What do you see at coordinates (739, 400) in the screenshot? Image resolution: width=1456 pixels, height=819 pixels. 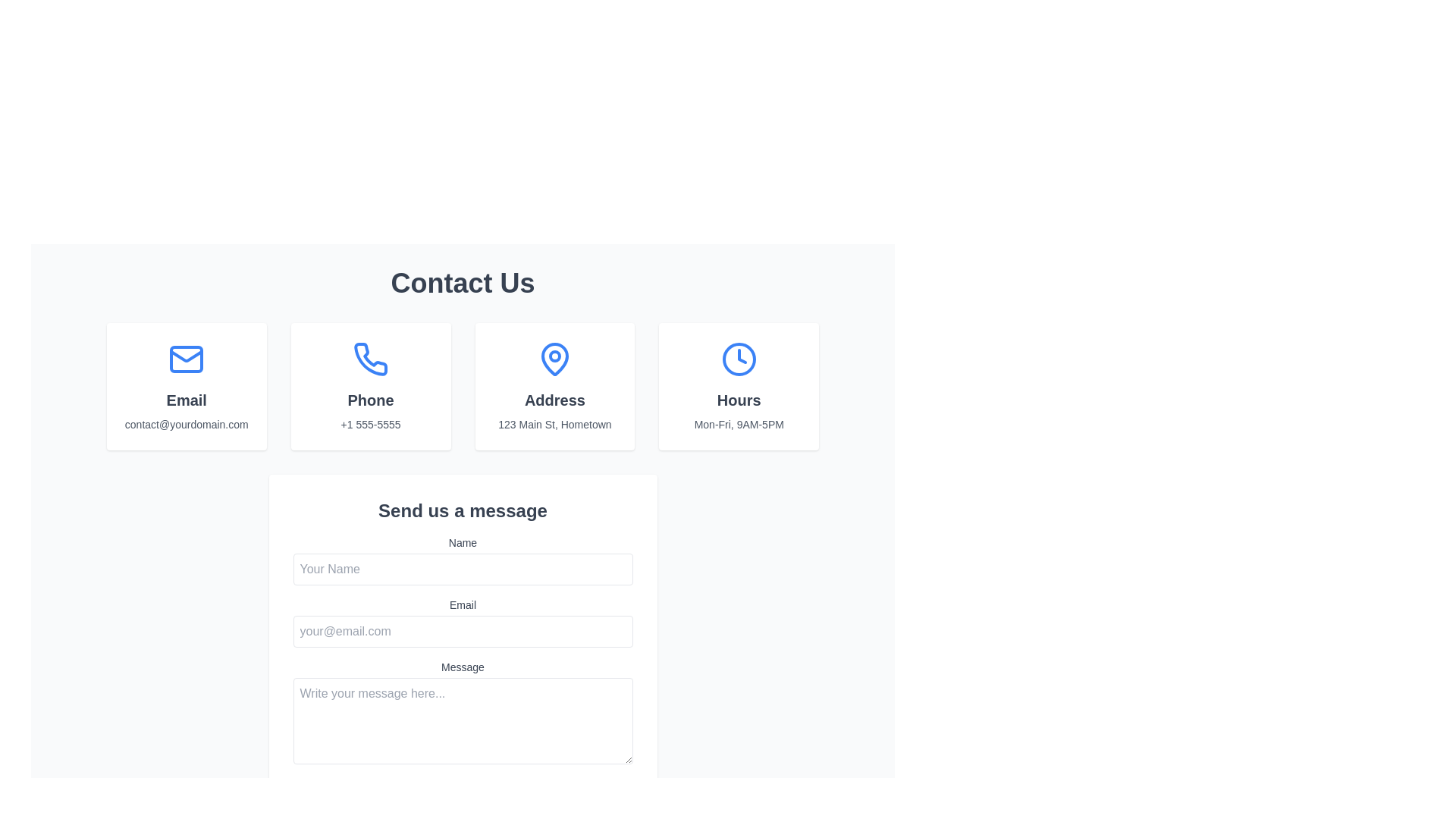 I see `the bold gray text label 'Hours' which is centrally positioned in the fourth section of contact options, above the clock icon and below the description 'Mon-Fri, 9AM-5PM'` at bounding box center [739, 400].